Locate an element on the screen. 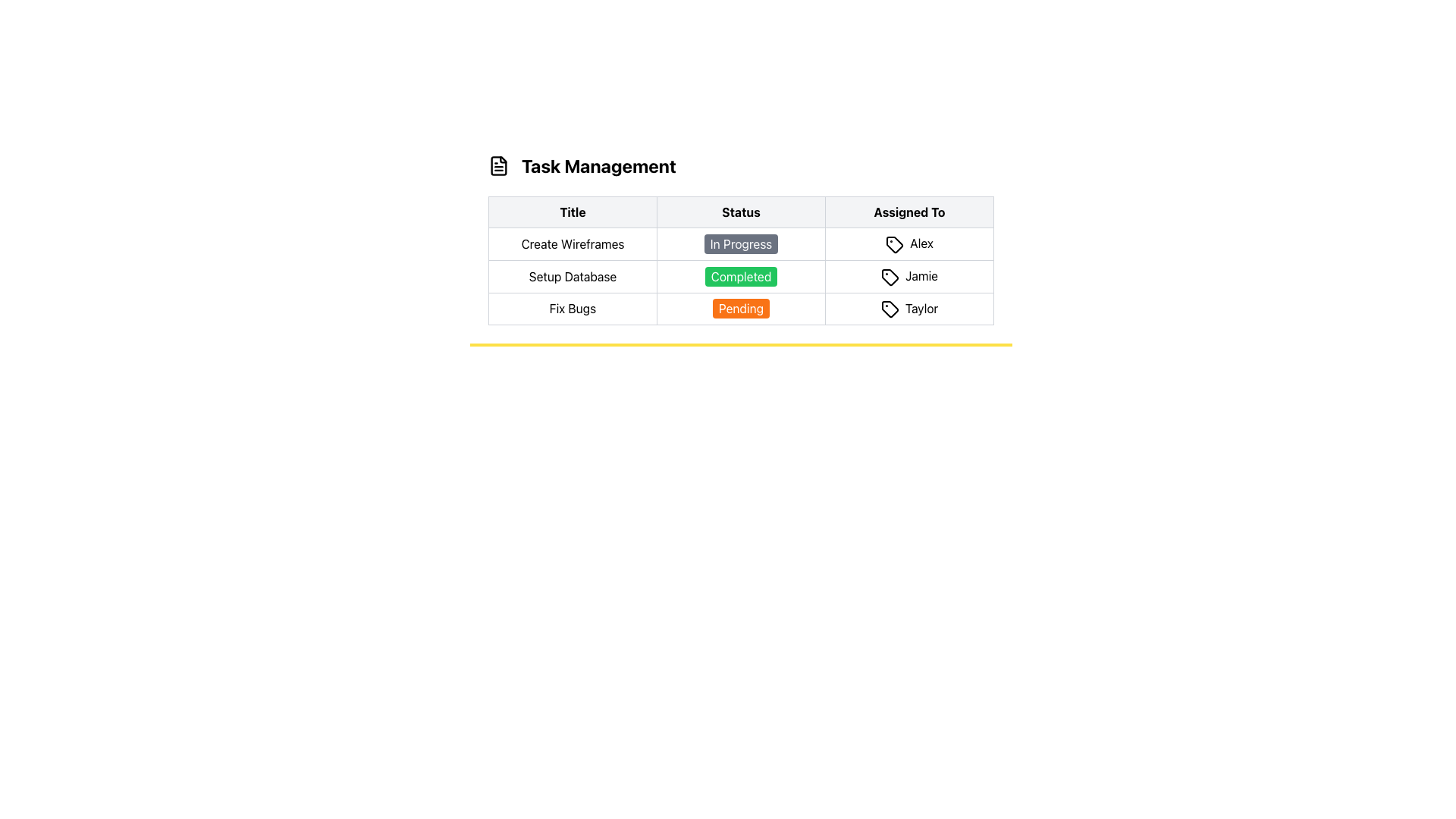 The width and height of the screenshot is (1456, 819). the Status indicator badge that displays 'In Progress' located in the first row of the 'Task Management' table is located at coordinates (741, 243).